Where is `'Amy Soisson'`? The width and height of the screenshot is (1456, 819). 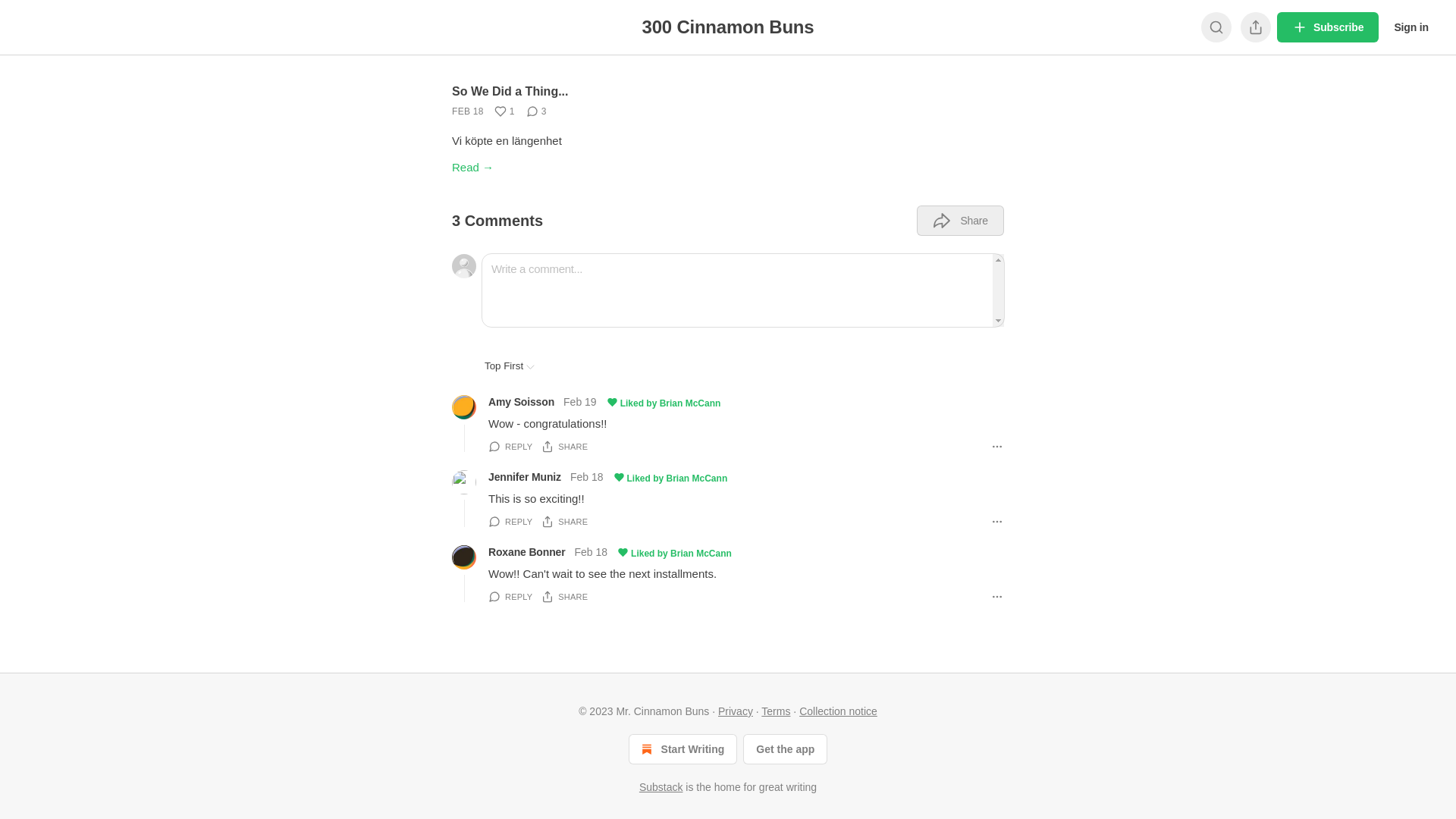
'Amy Soisson' is located at coordinates (521, 400).